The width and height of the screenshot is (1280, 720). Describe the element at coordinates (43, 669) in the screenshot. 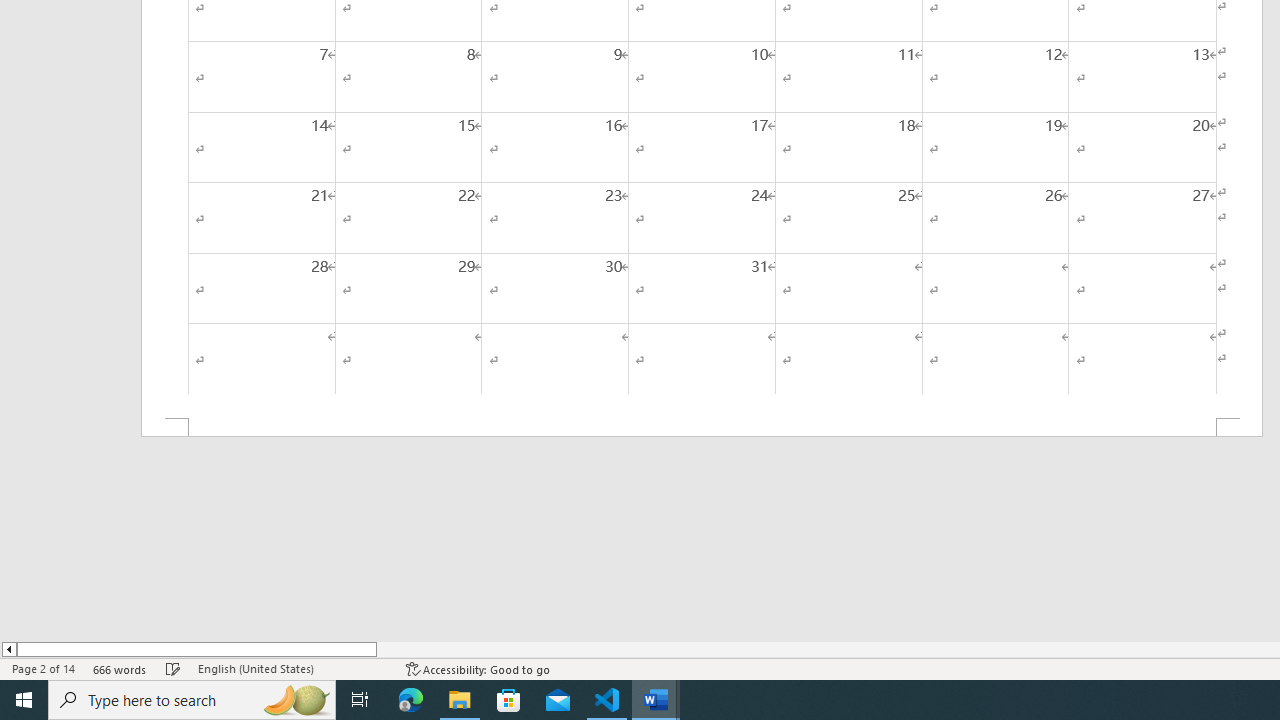

I see `'Page Number Page 2 of 14'` at that location.